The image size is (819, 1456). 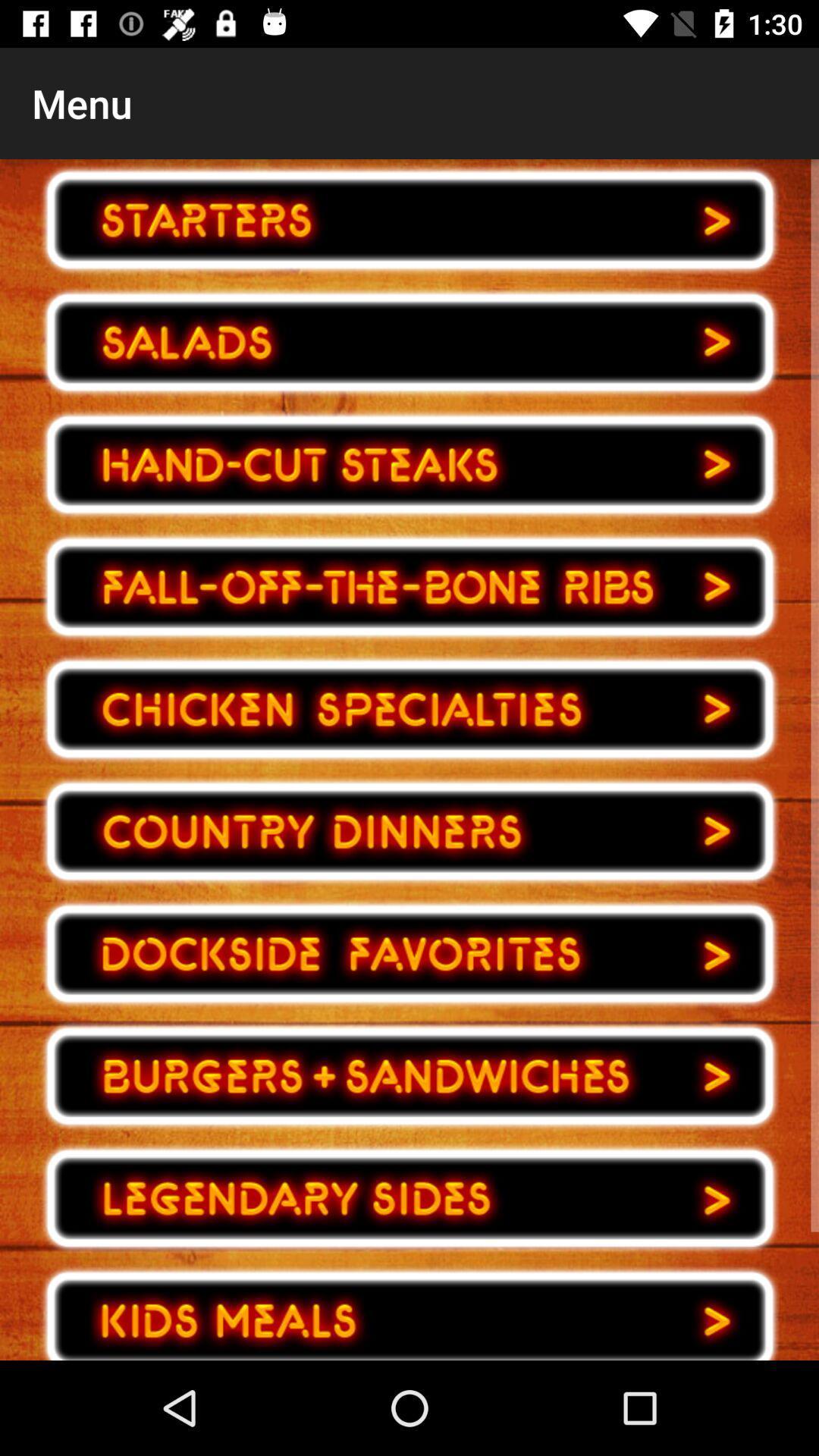 What do you see at coordinates (409, 219) in the screenshot?
I see `choose option` at bounding box center [409, 219].